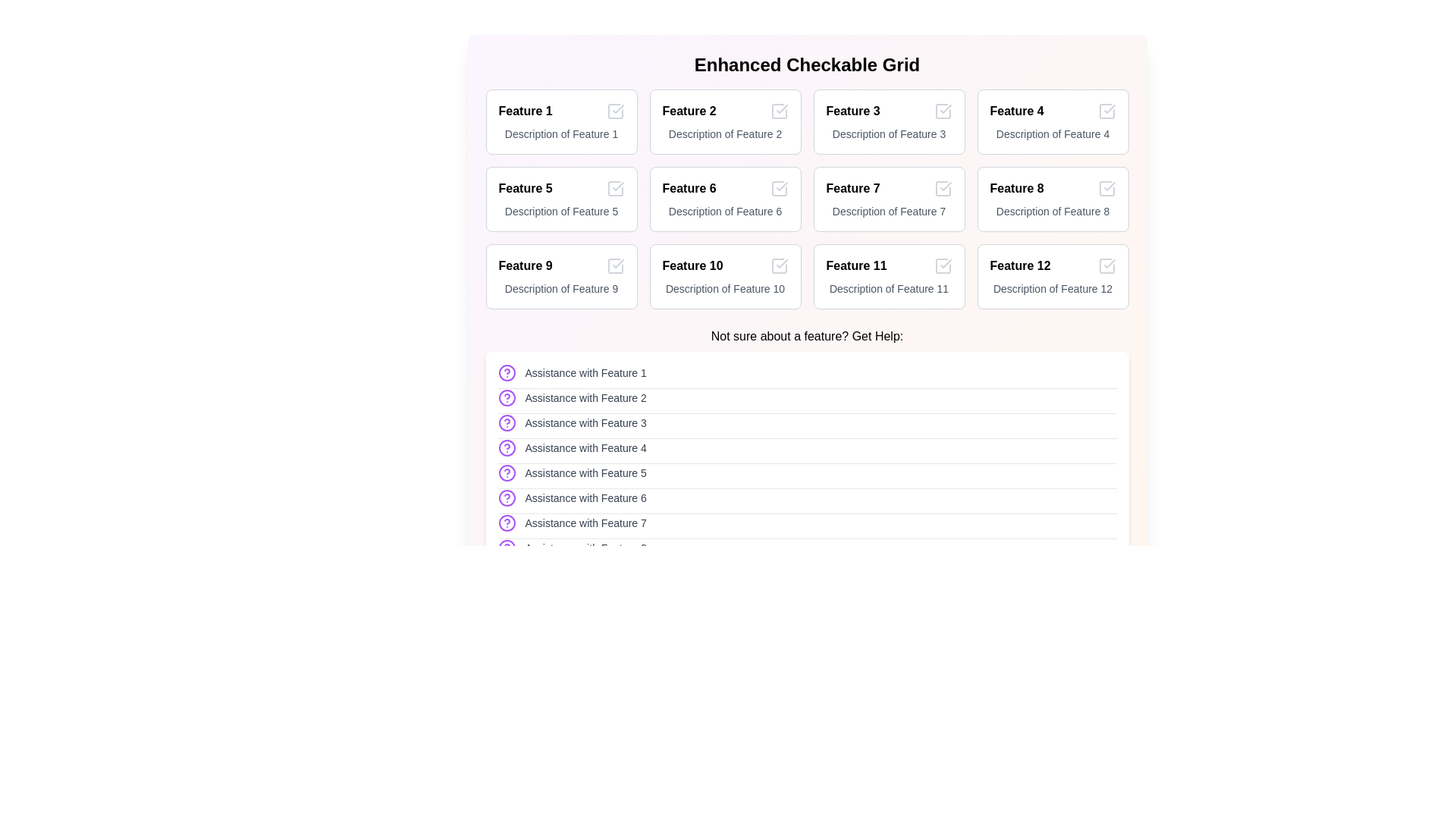  What do you see at coordinates (560, 121) in the screenshot?
I see `the grid item labeled 'Feature 1' to preview its hover effect` at bounding box center [560, 121].